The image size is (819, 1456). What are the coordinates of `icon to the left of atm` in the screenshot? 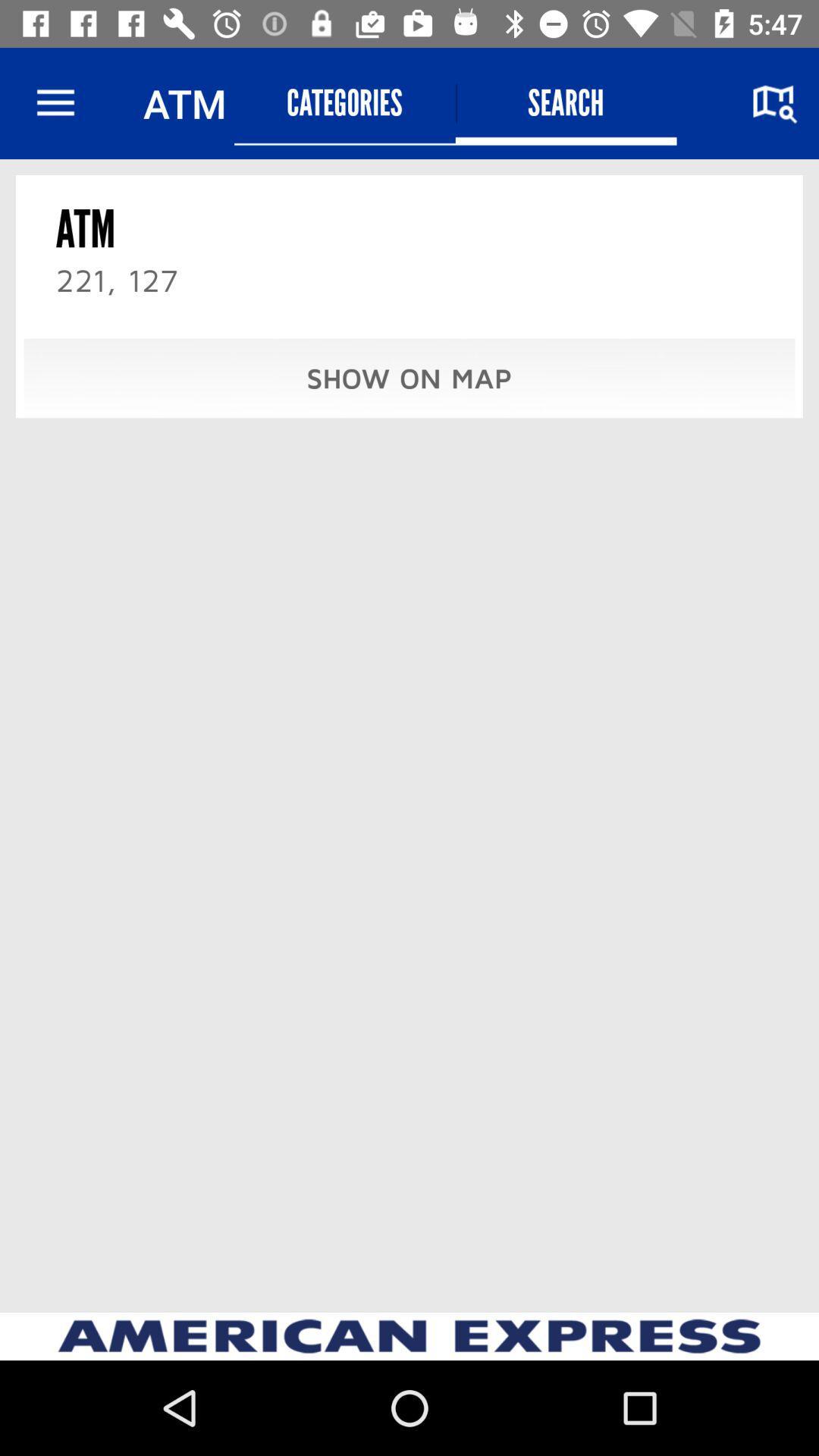 It's located at (55, 102).